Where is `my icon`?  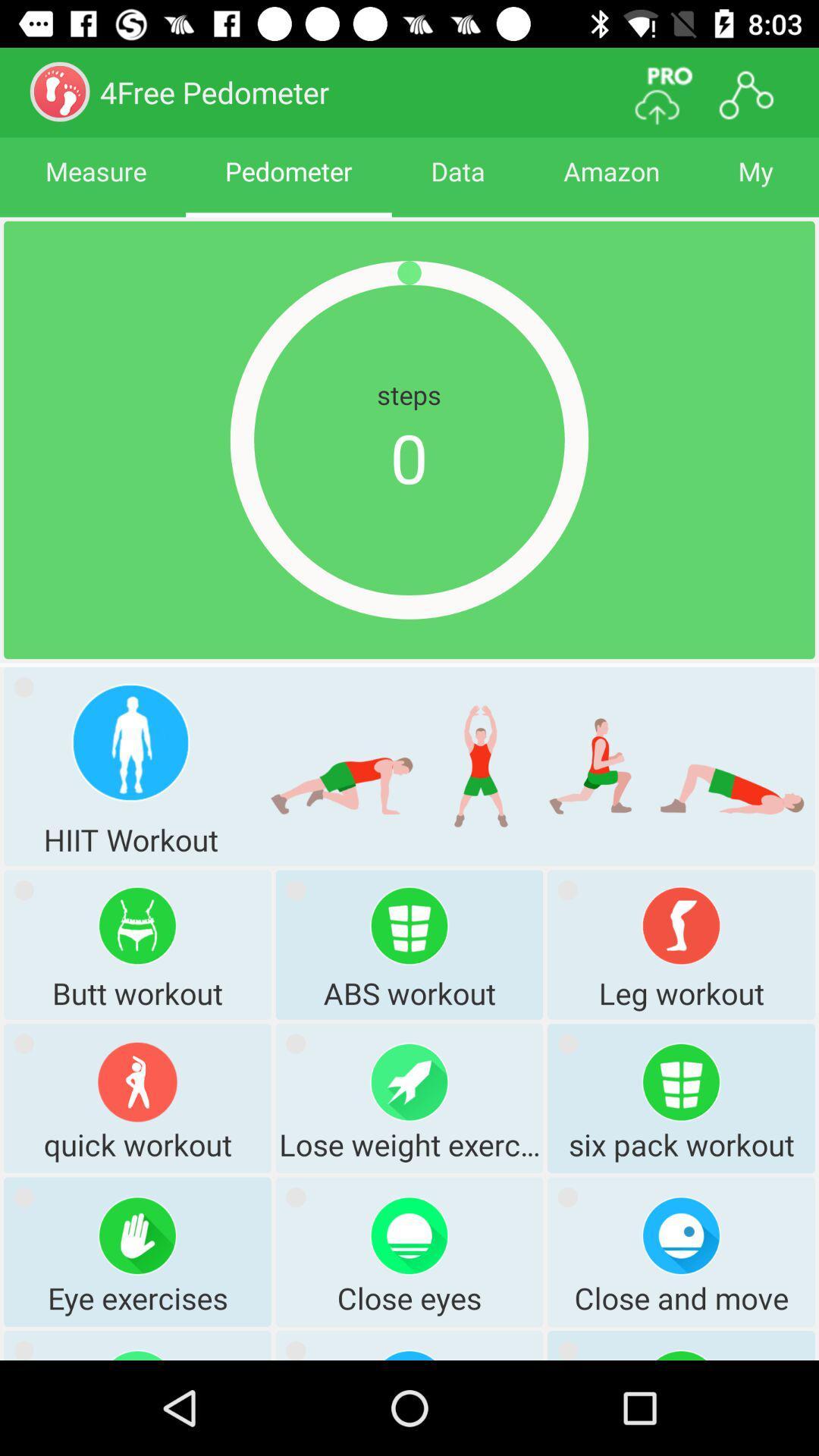 my icon is located at coordinates (755, 184).